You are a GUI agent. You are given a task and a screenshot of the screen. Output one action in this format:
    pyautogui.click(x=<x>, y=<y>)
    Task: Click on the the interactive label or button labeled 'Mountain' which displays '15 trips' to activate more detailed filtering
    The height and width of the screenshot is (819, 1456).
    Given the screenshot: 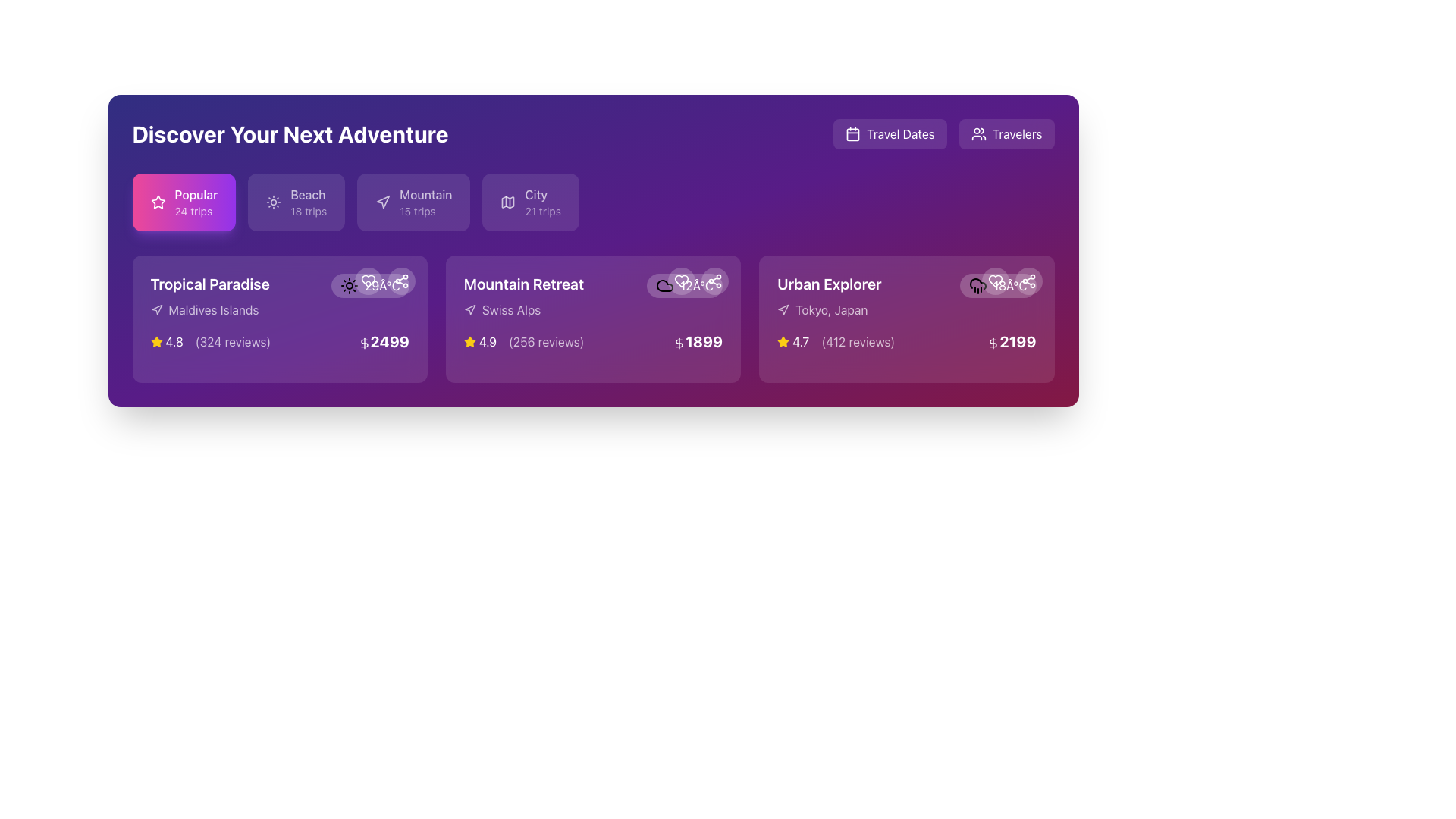 What is the action you would take?
    pyautogui.click(x=425, y=201)
    